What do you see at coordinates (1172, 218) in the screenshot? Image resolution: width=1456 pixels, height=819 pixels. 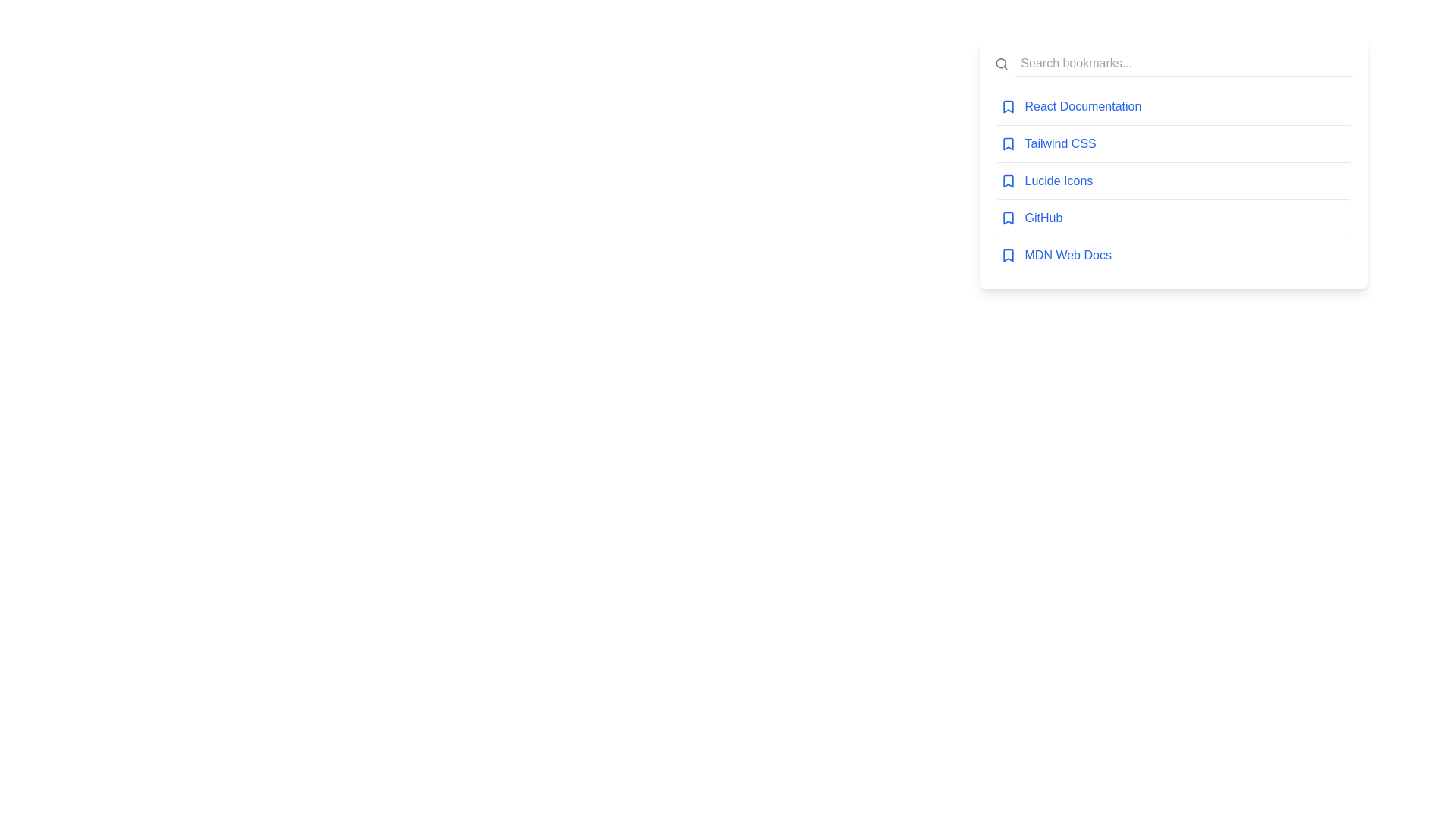 I see `the bookmark titled 'GitHub'` at bounding box center [1172, 218].